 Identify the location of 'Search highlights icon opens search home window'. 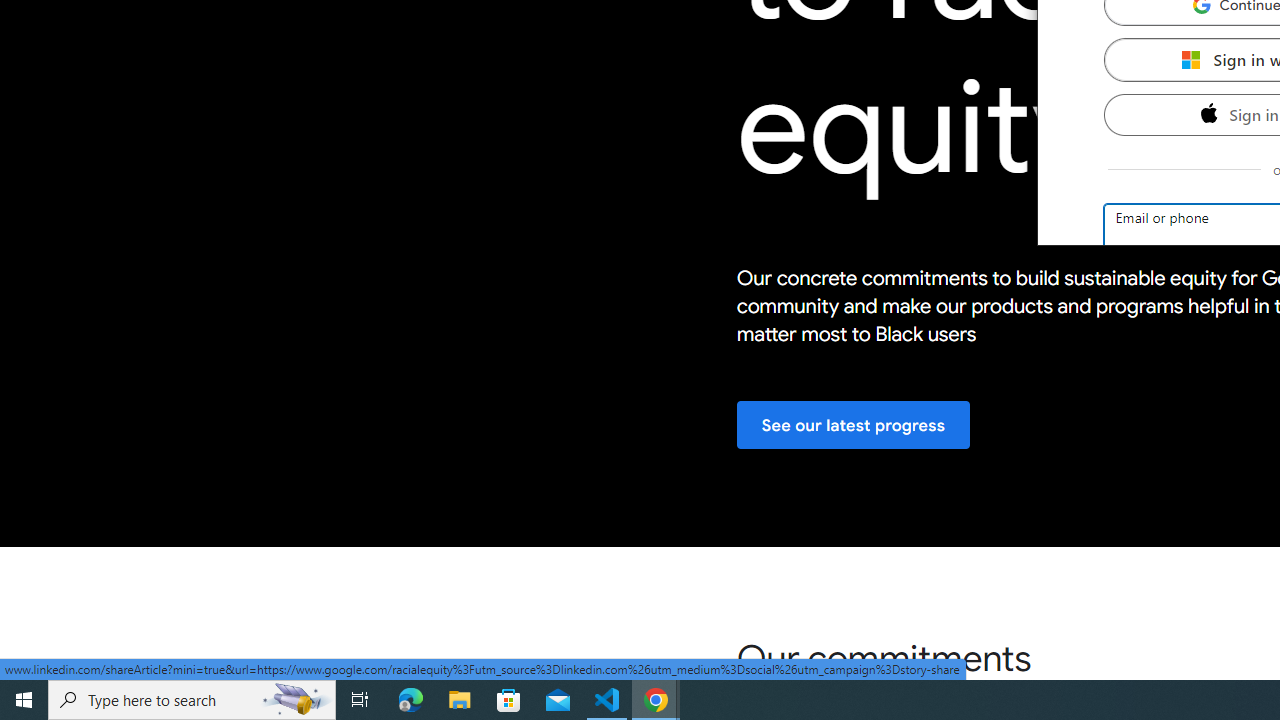
(294, 698).